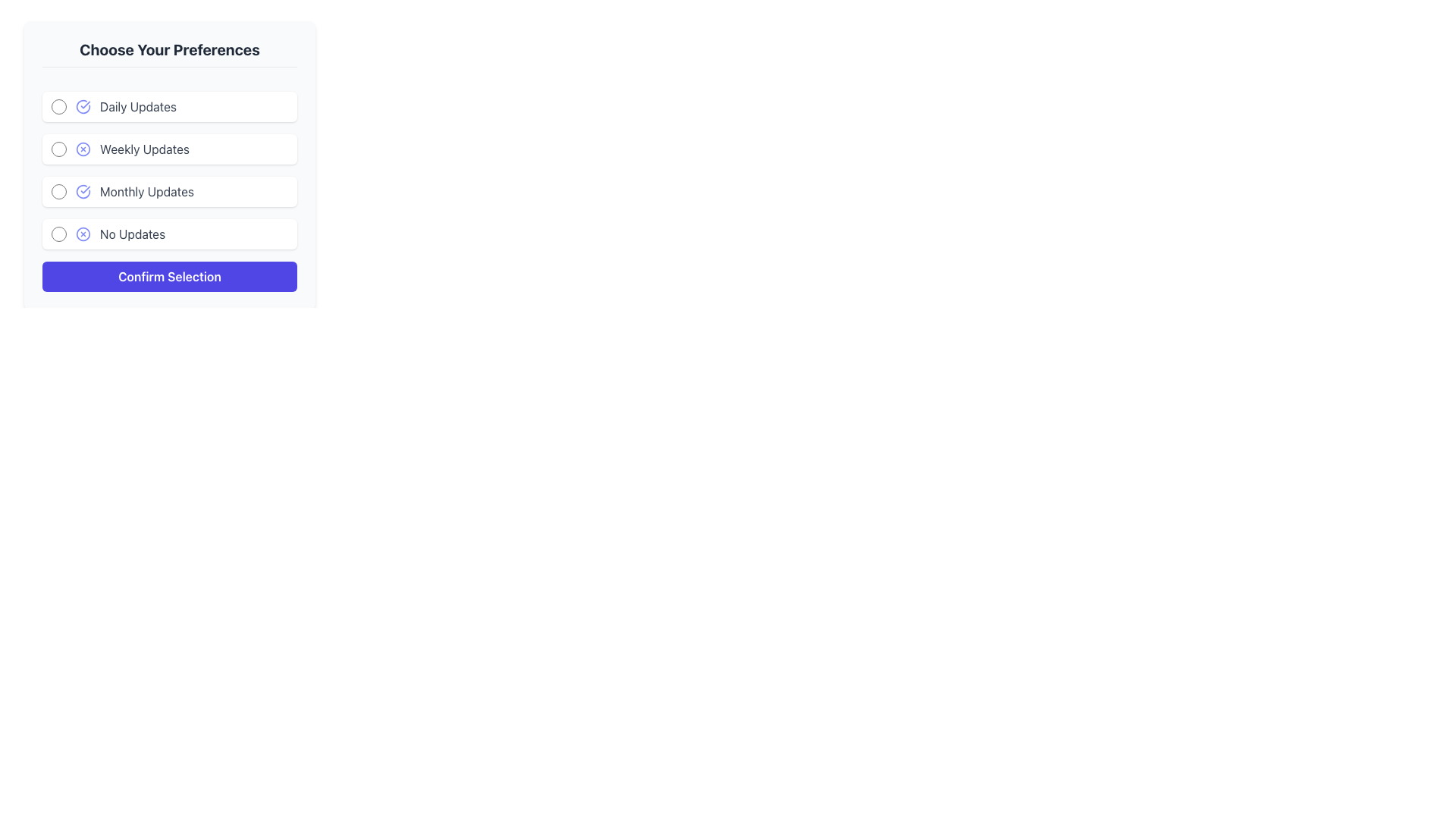 This screenshot has height=819, width=1456. Describe the element at coordinates (146, 191) in the screenshot. I see `text label that indicates the purpose of the 'Monthly Updates' selection option, which is the third option in the 'Choose Your Preferences' section` at that location.